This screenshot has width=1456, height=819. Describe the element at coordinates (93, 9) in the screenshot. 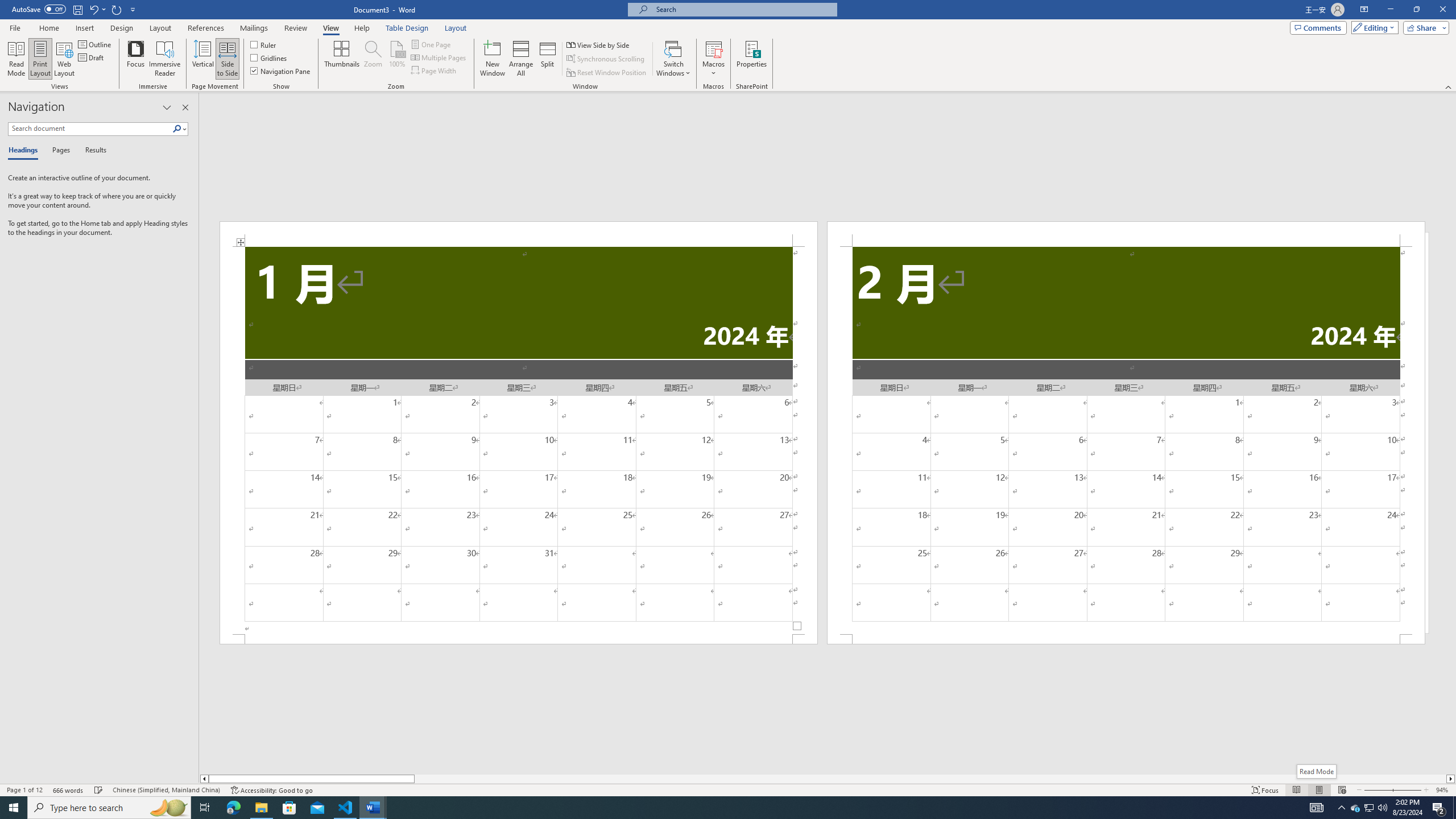

I see `'Undo Increase Indent'` at that location.